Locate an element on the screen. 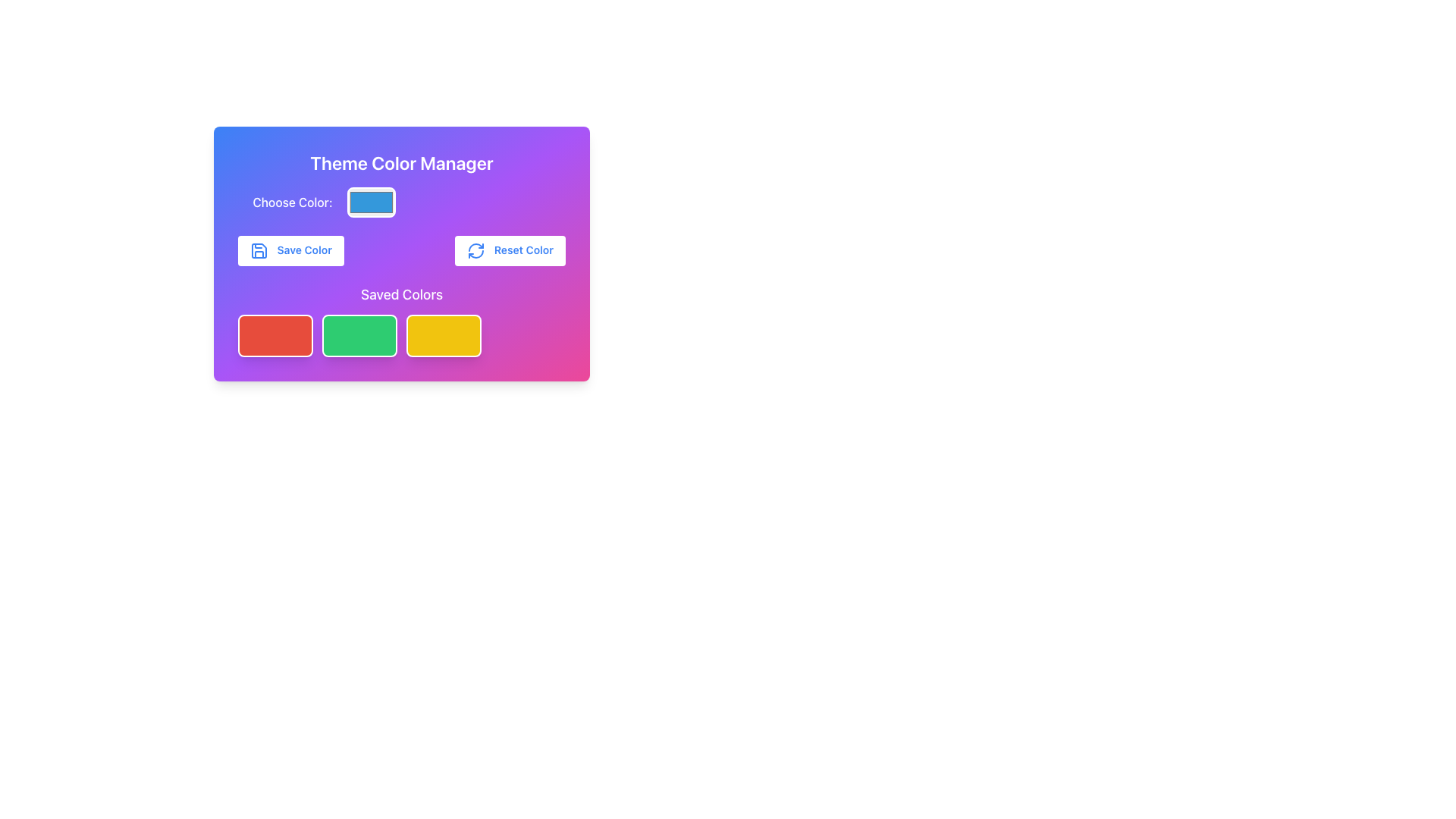 The width and height of the screenshot is (1456, 819). the reset button located to the right of the 'Save Color' button is located at coordinates (510, 250).